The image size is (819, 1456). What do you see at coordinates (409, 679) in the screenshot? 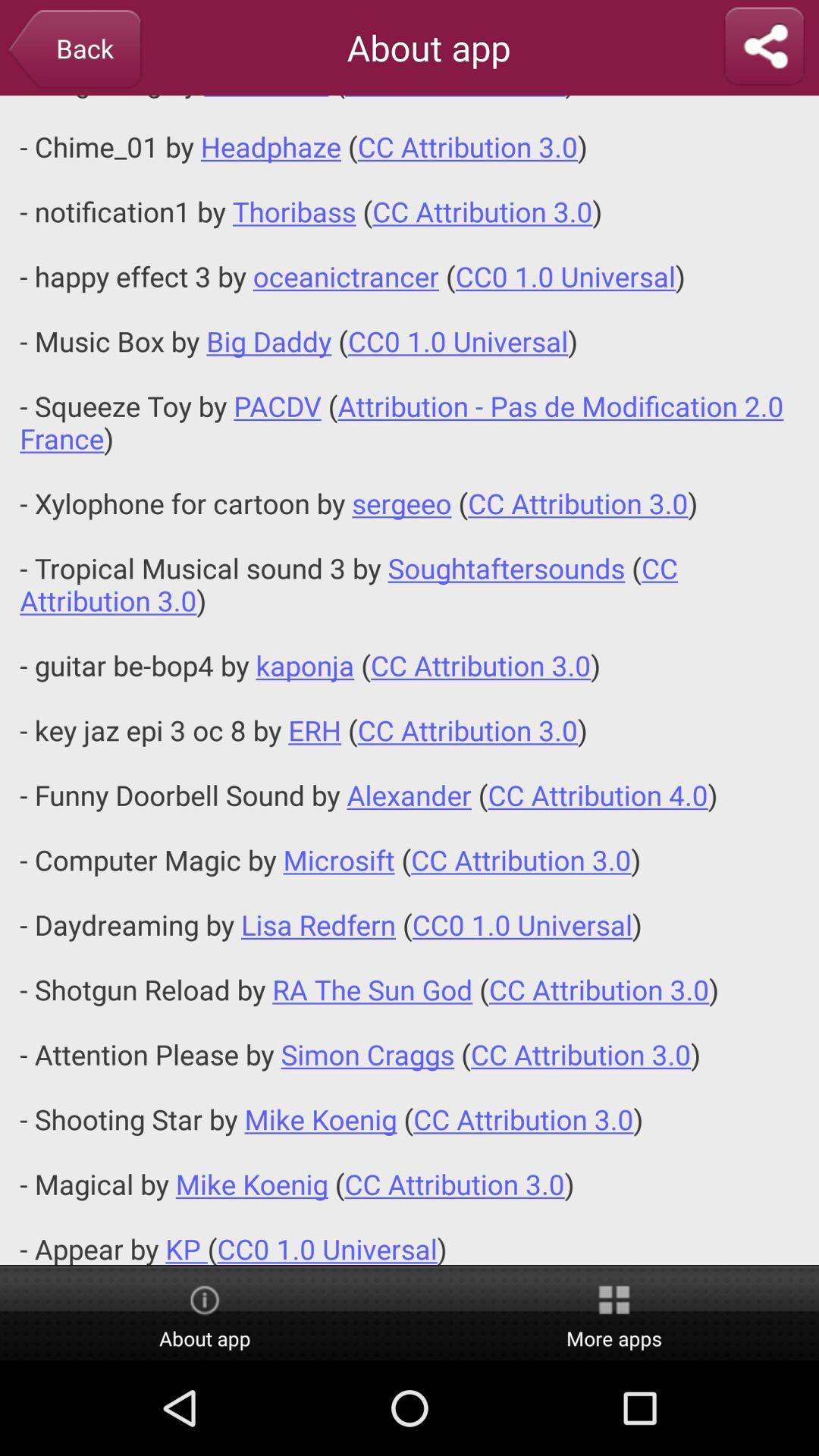
I see `the desk bell sound icon` at bounding box center [409, 679].